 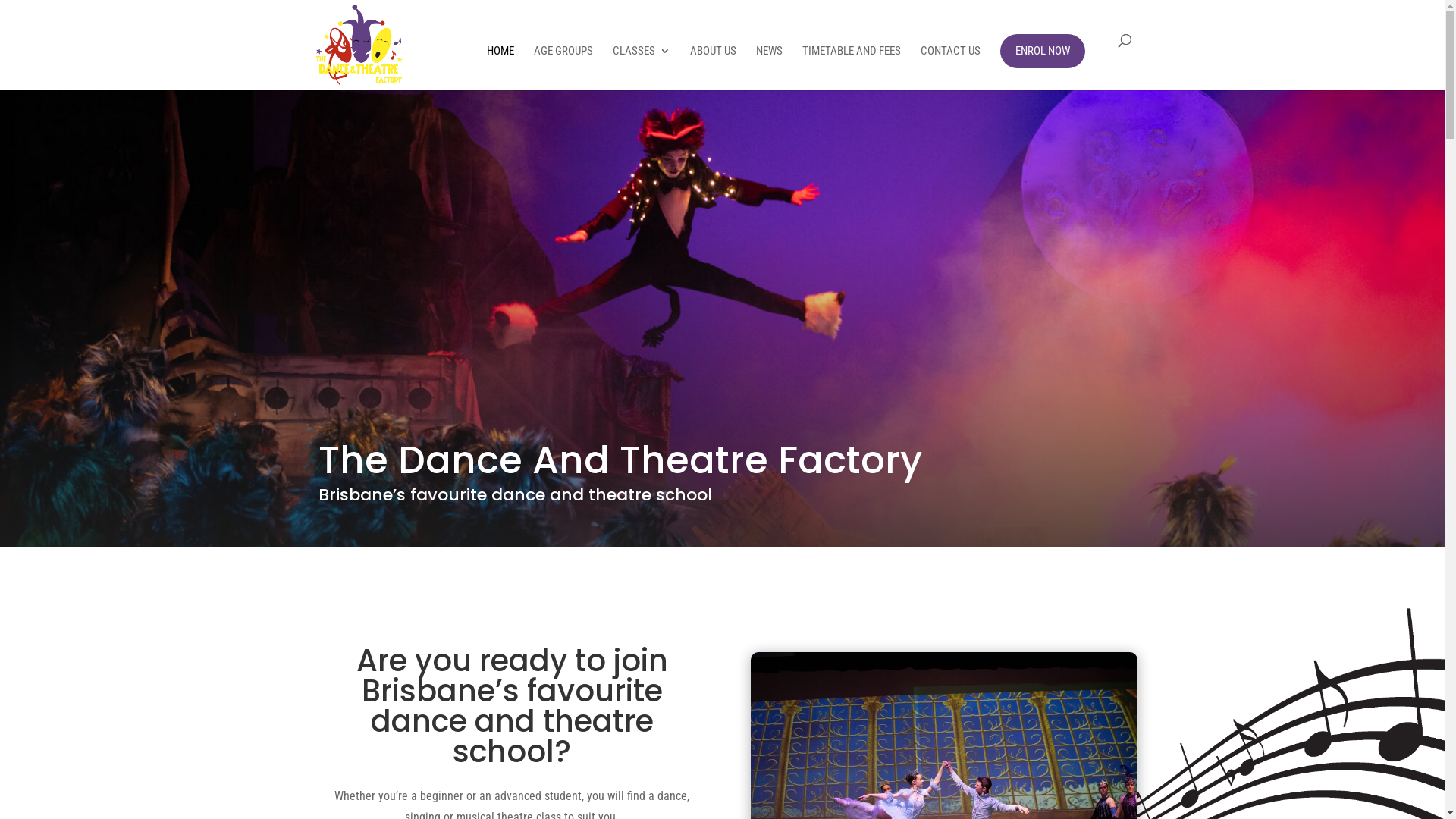 I want to click on 'CONTACT US', so click(x=949, y=67).